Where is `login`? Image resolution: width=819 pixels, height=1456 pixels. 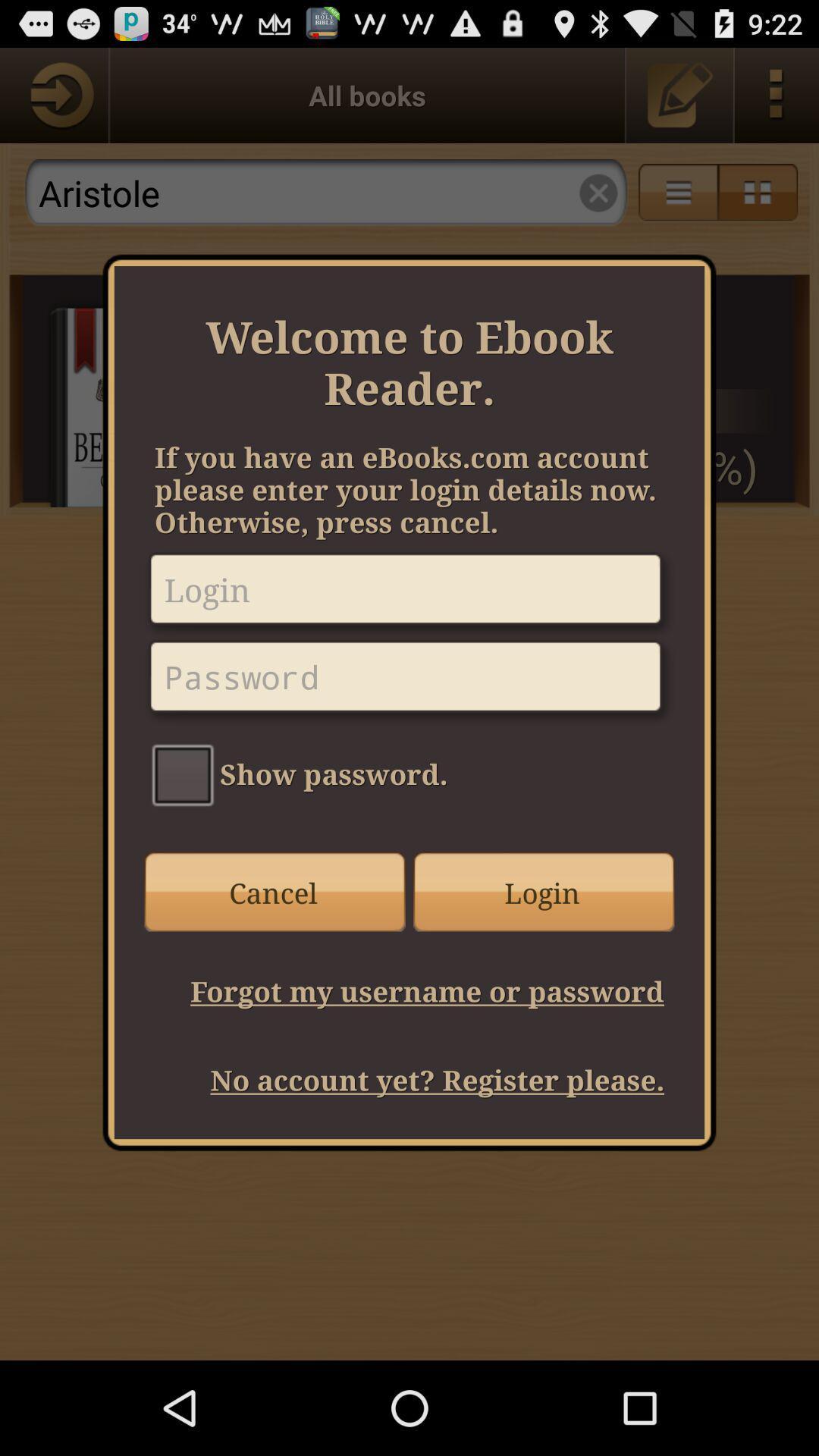 login is located at coordinates (409, 594).